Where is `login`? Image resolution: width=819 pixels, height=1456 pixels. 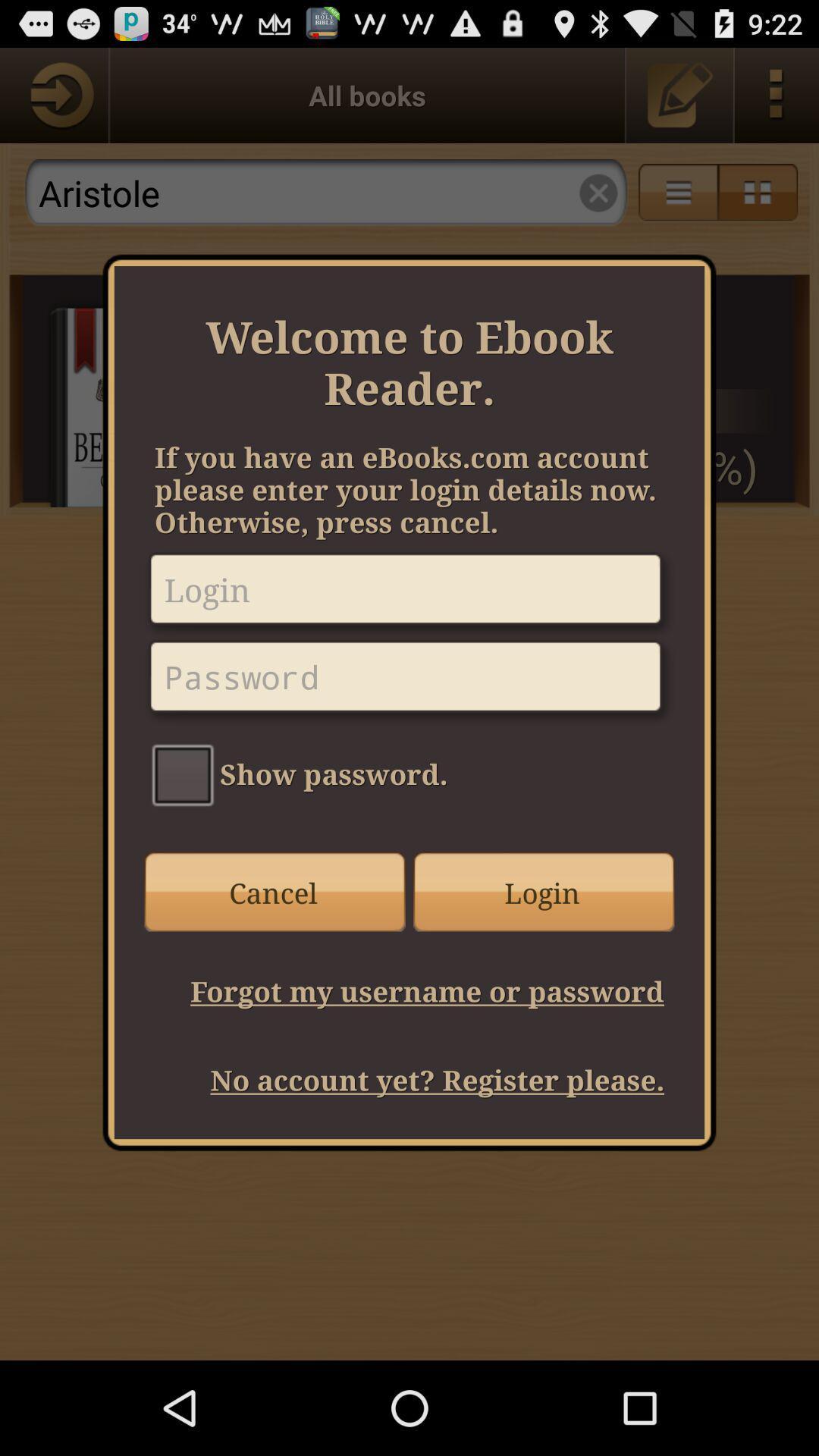 login is located at coordinates (409, 594).